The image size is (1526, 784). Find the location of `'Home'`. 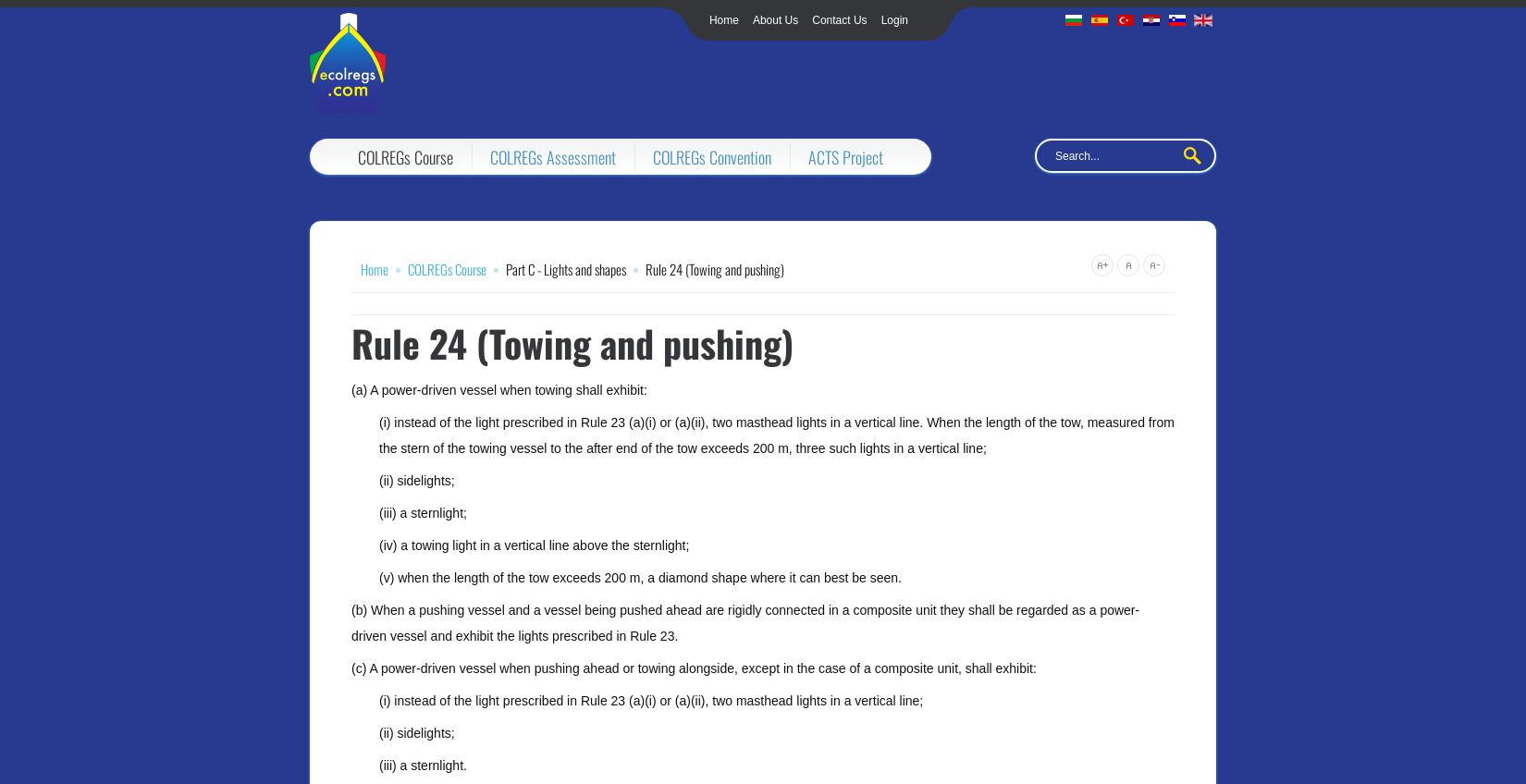

'Home' is located at coordinates (707, 18).